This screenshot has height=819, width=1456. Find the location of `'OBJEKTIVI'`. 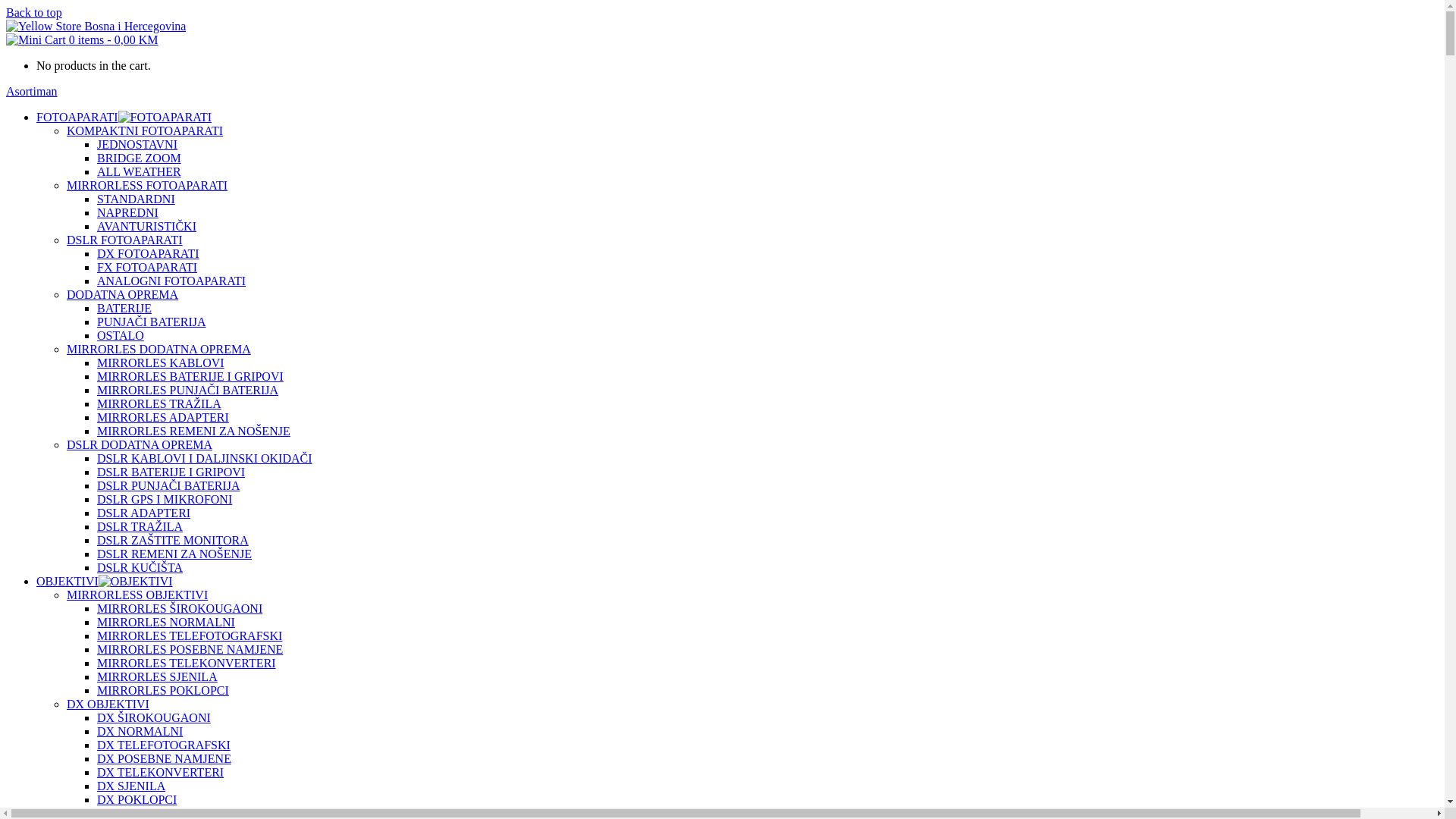

'OBJEKTIVI' is located at coordinates (67, 580).